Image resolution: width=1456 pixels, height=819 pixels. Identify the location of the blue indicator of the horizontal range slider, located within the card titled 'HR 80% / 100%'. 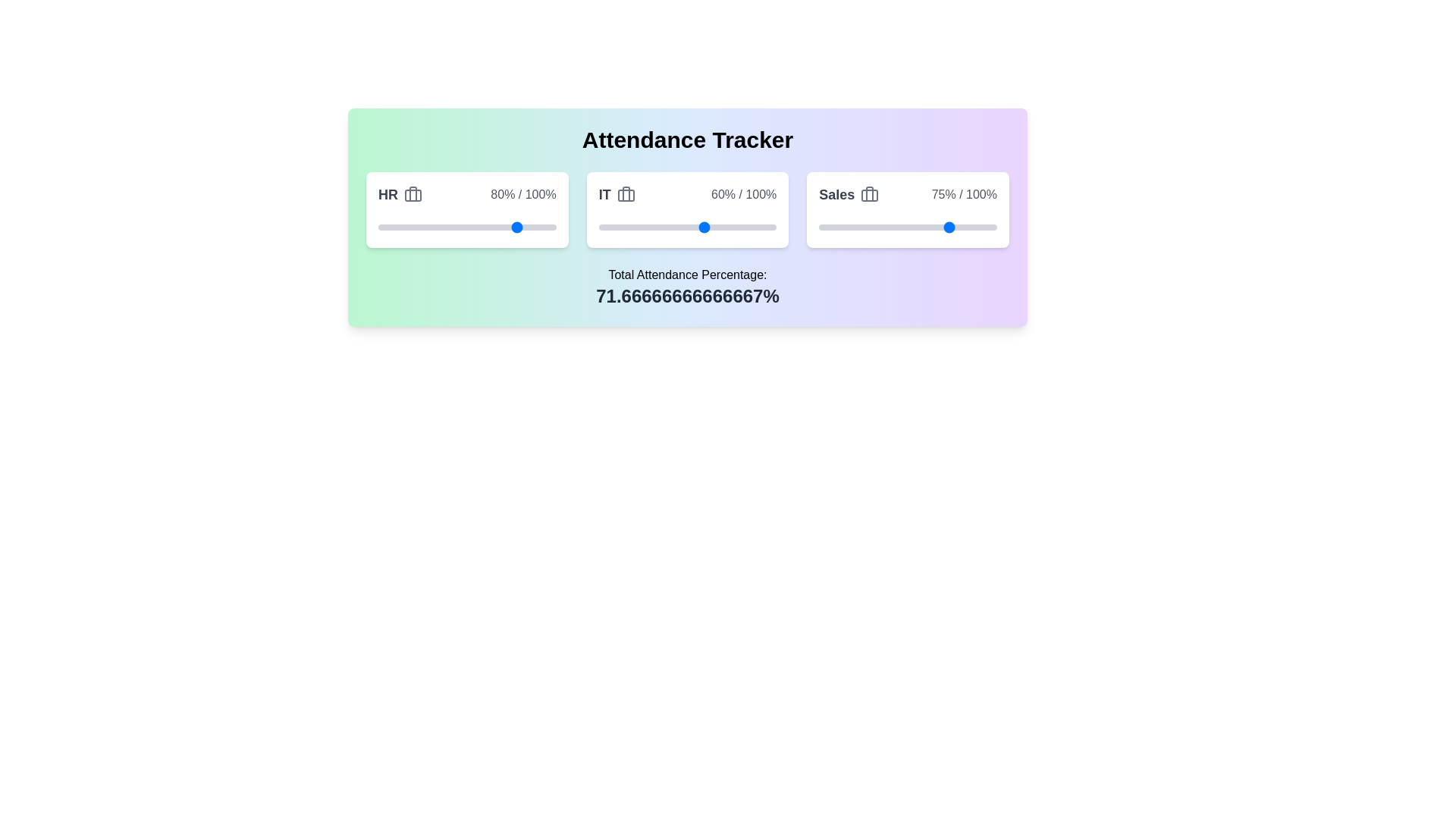
(466, 227).